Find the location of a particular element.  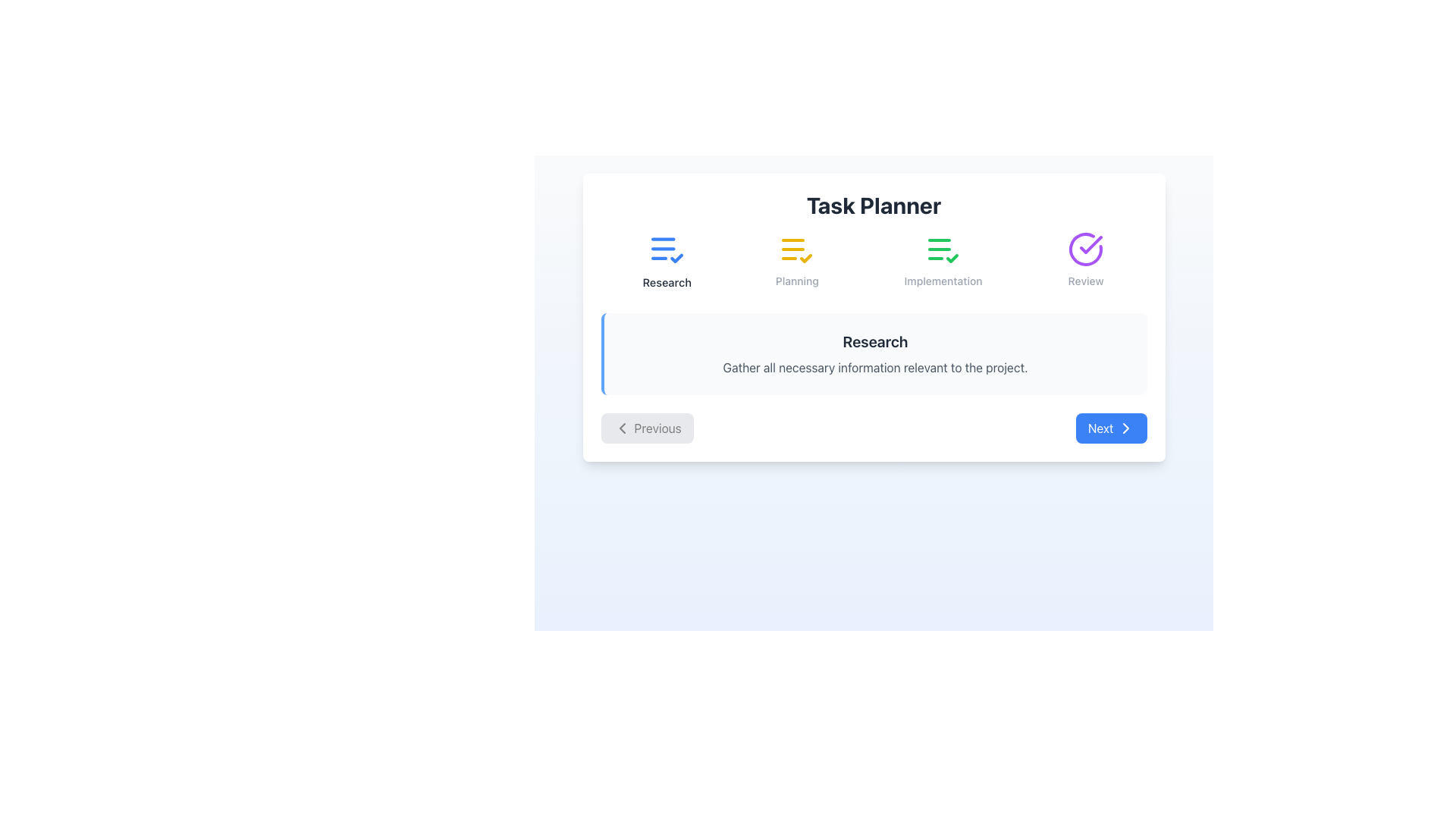

the text label 'Implementation' which is the third item in the navigation bar under the header 'Task Planner', located centrally below a green checklist icon is located at coordinates (942, 281).